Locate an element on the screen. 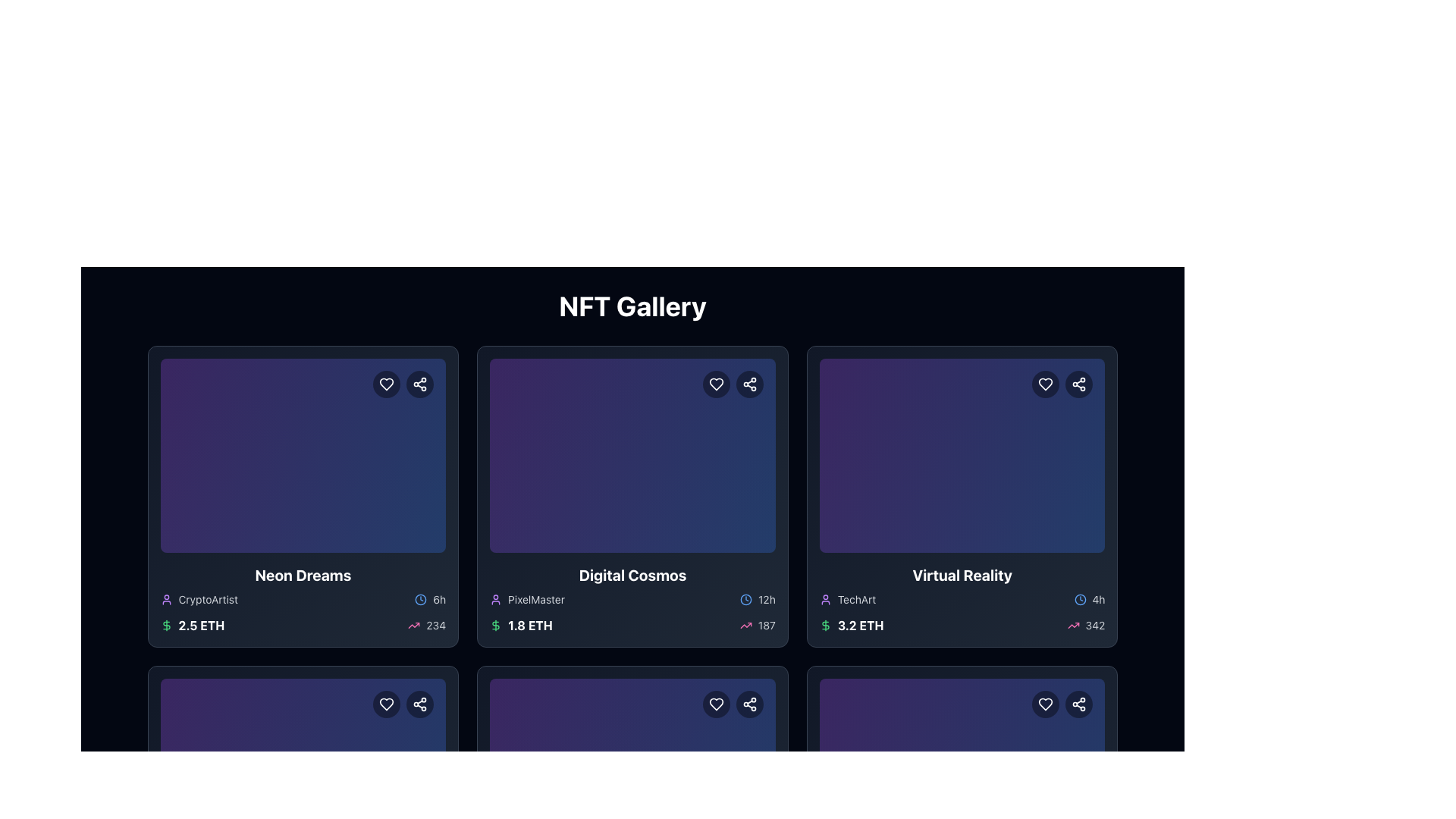 The height and width of the screenshot is (819, 1456). the heart button in the interactive button group to favorite the content, located at the top-right corner of the card-like section is located at coordinates (733, 704).